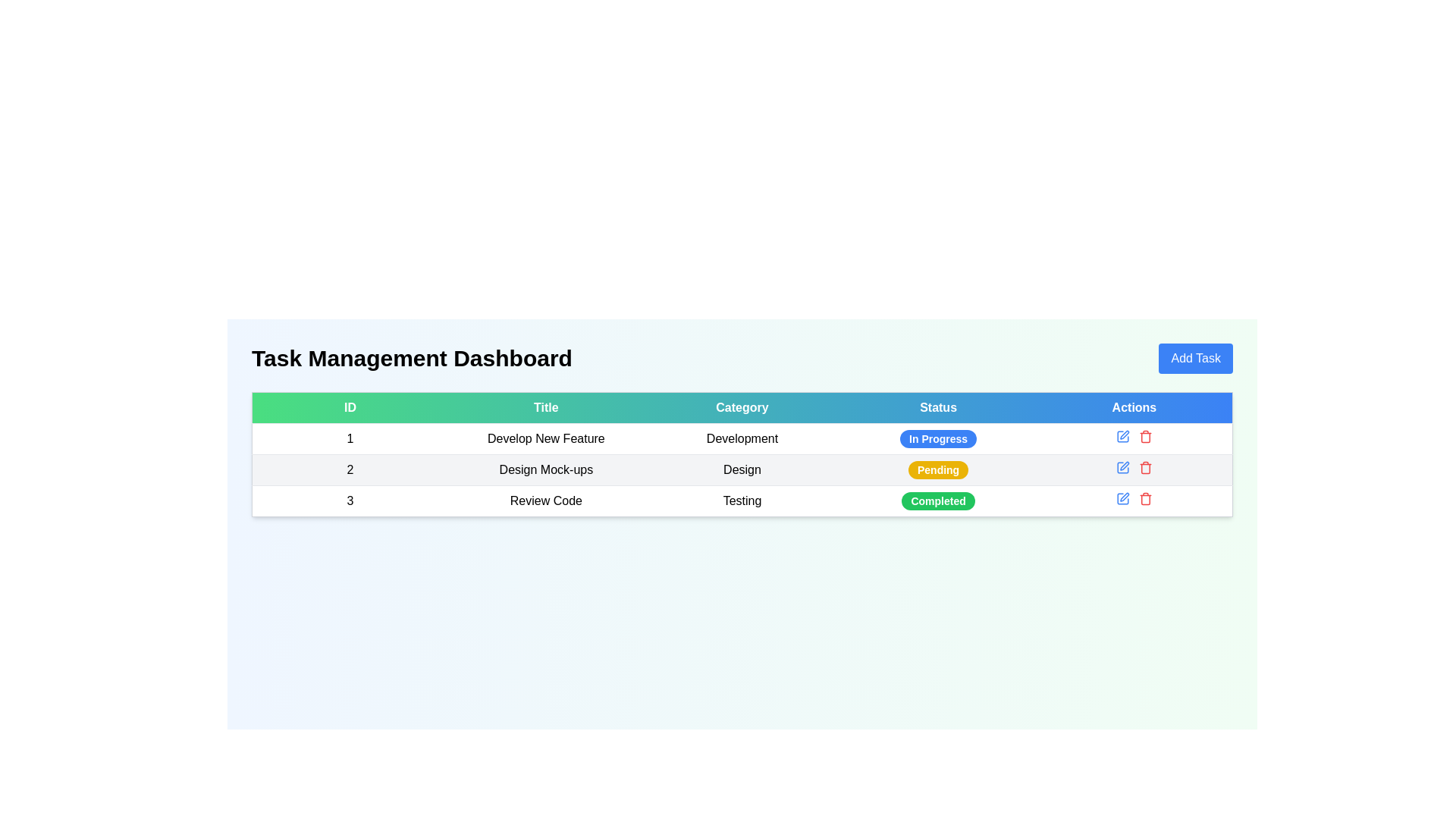  I want to click on the category label located in the third cell of the 'Category' column in the table below the 'Task Management Dashboard' heading, so click(742, 438).